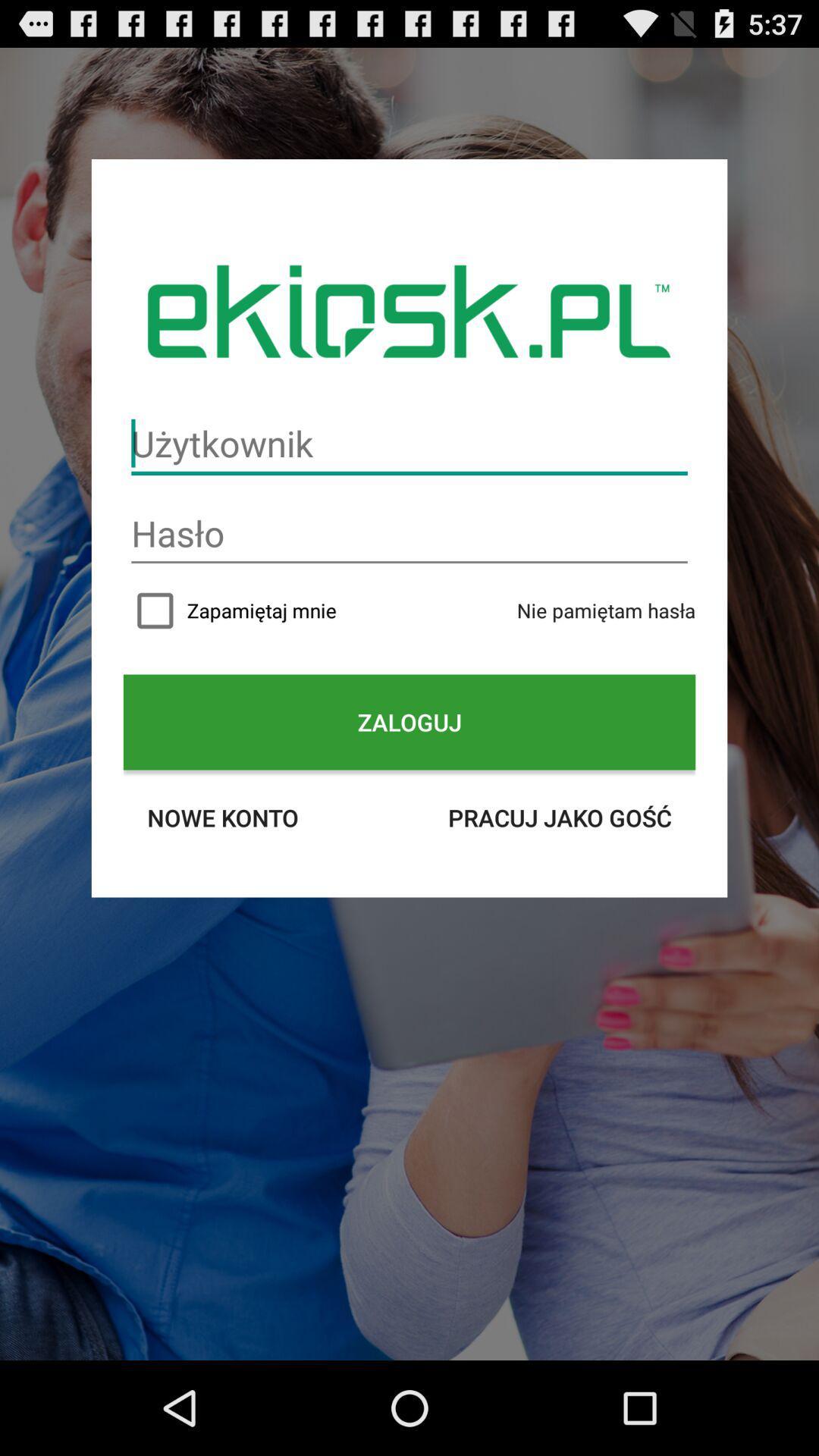 The image size is (819, 1456). I want to click on button to the right of nowe konto button, so click(560, 817).